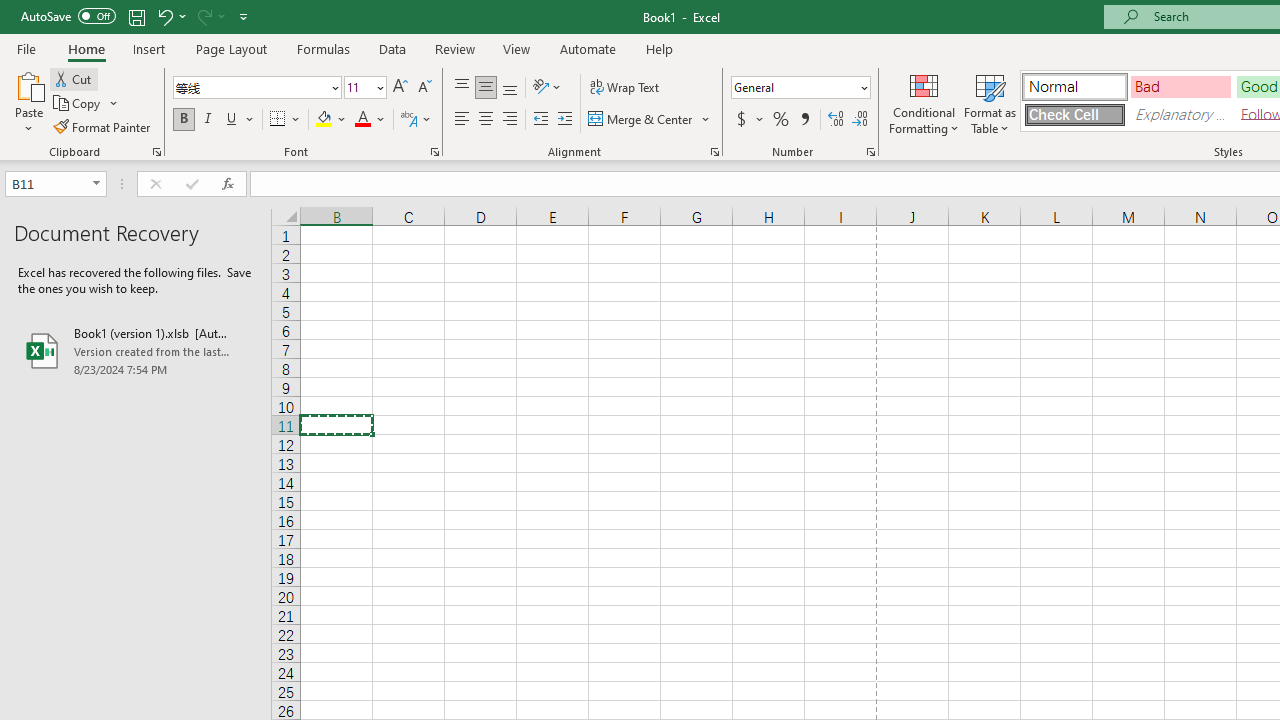 The height and width of the screenshot is (720, 1280). What do you see at coordinates (362, 119) in the screenshot?
I see `'Font Color RGB(255, 0, 0)'` at bounding box center [362, 119].